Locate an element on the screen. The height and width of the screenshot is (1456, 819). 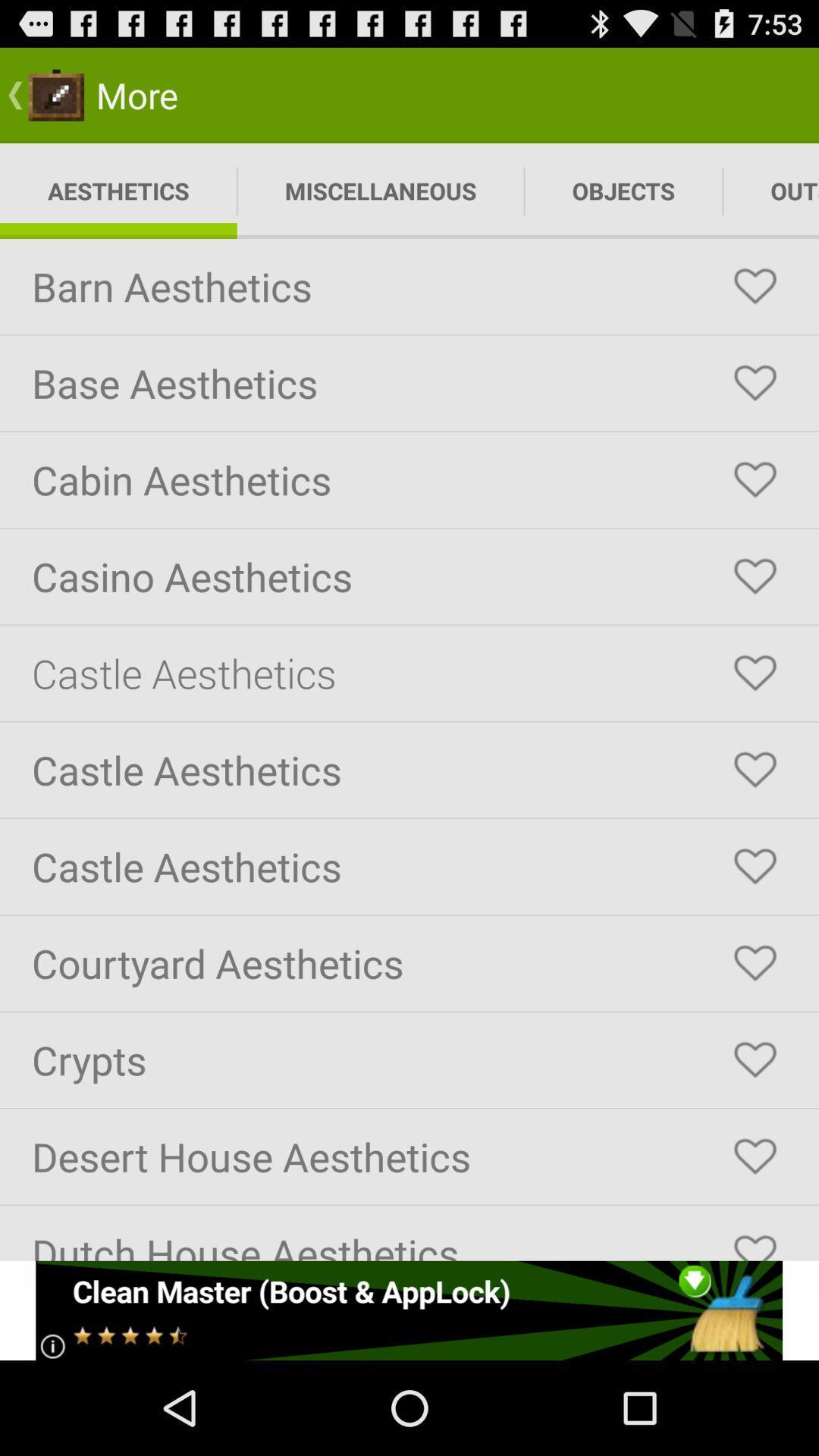
selct the button is located at coordinates (755, 576).